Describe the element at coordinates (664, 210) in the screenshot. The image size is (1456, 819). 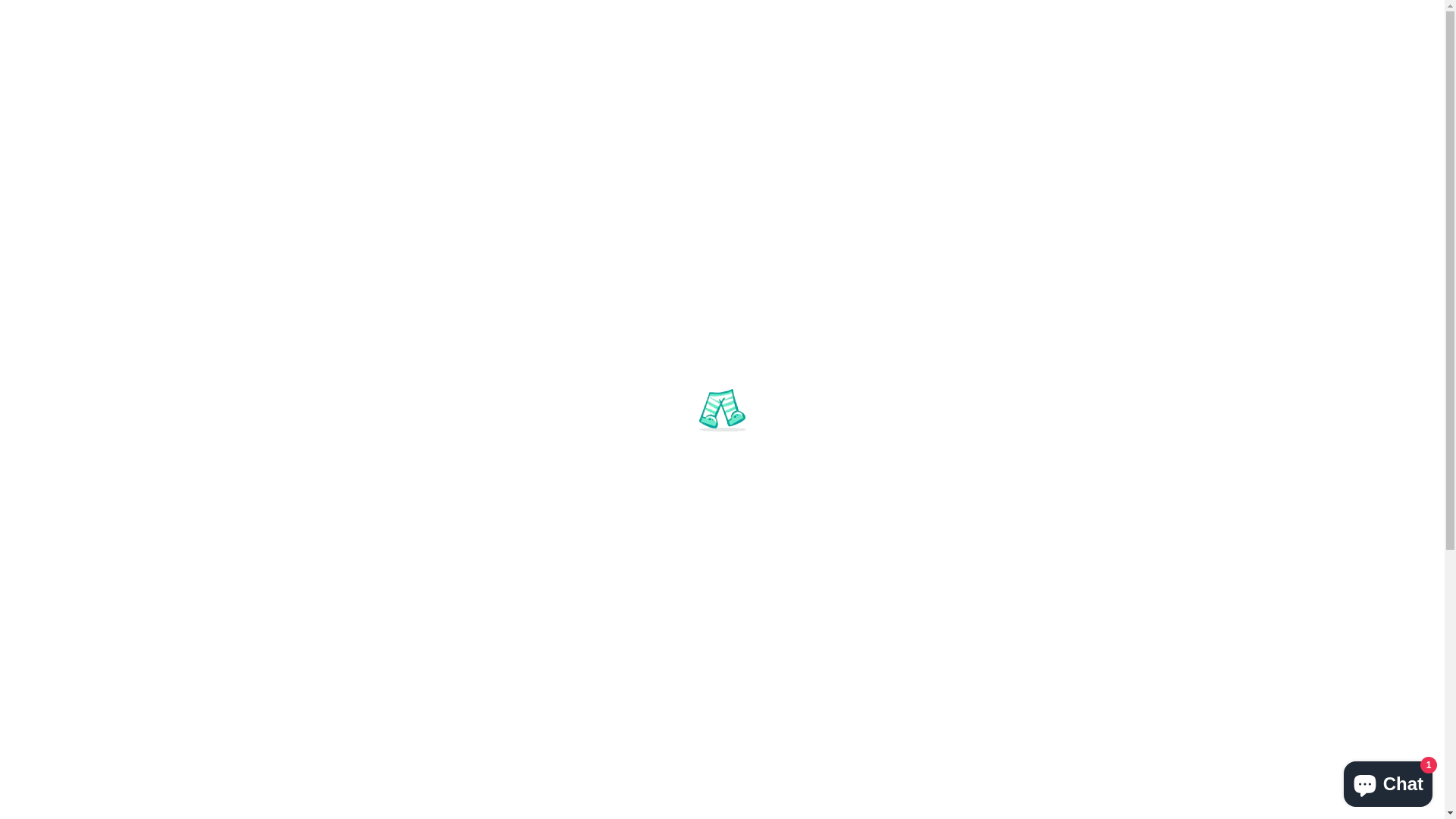
I see `'ABOUT'` at that location.